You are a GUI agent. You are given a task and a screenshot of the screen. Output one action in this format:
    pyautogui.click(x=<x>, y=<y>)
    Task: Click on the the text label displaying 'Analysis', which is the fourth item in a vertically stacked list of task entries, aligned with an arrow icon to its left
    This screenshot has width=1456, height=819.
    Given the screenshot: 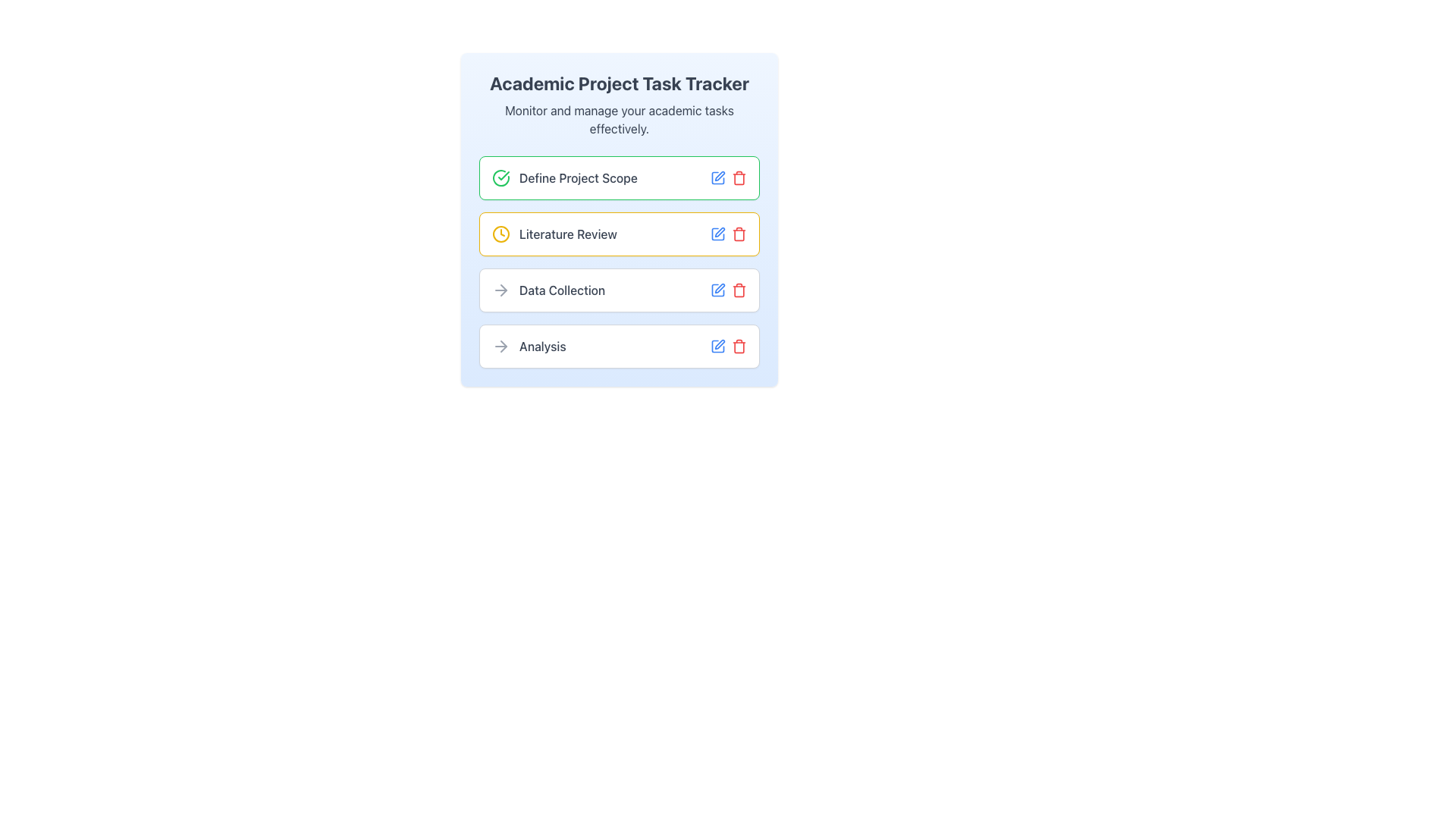 What is the action you would take?
    pyautogui.click(x=542, y=346)
    